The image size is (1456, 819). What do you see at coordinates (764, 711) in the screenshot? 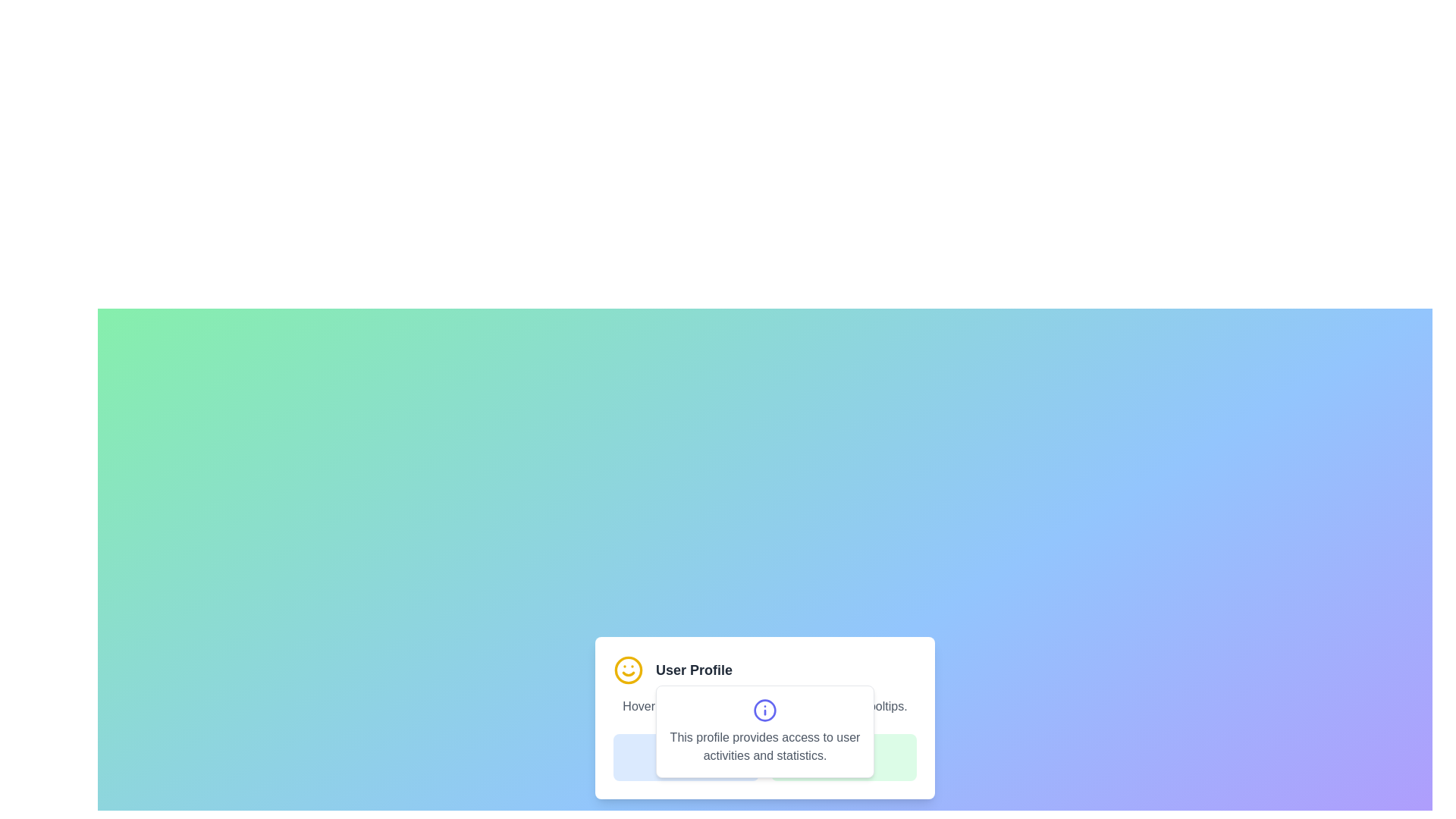
I see `the information icon, which is a lowercase 'i' symbol within a circular outline, located in the middle of a pop-up box above the descriptive text about user activities and statistics` at bounding box center [764, 711].